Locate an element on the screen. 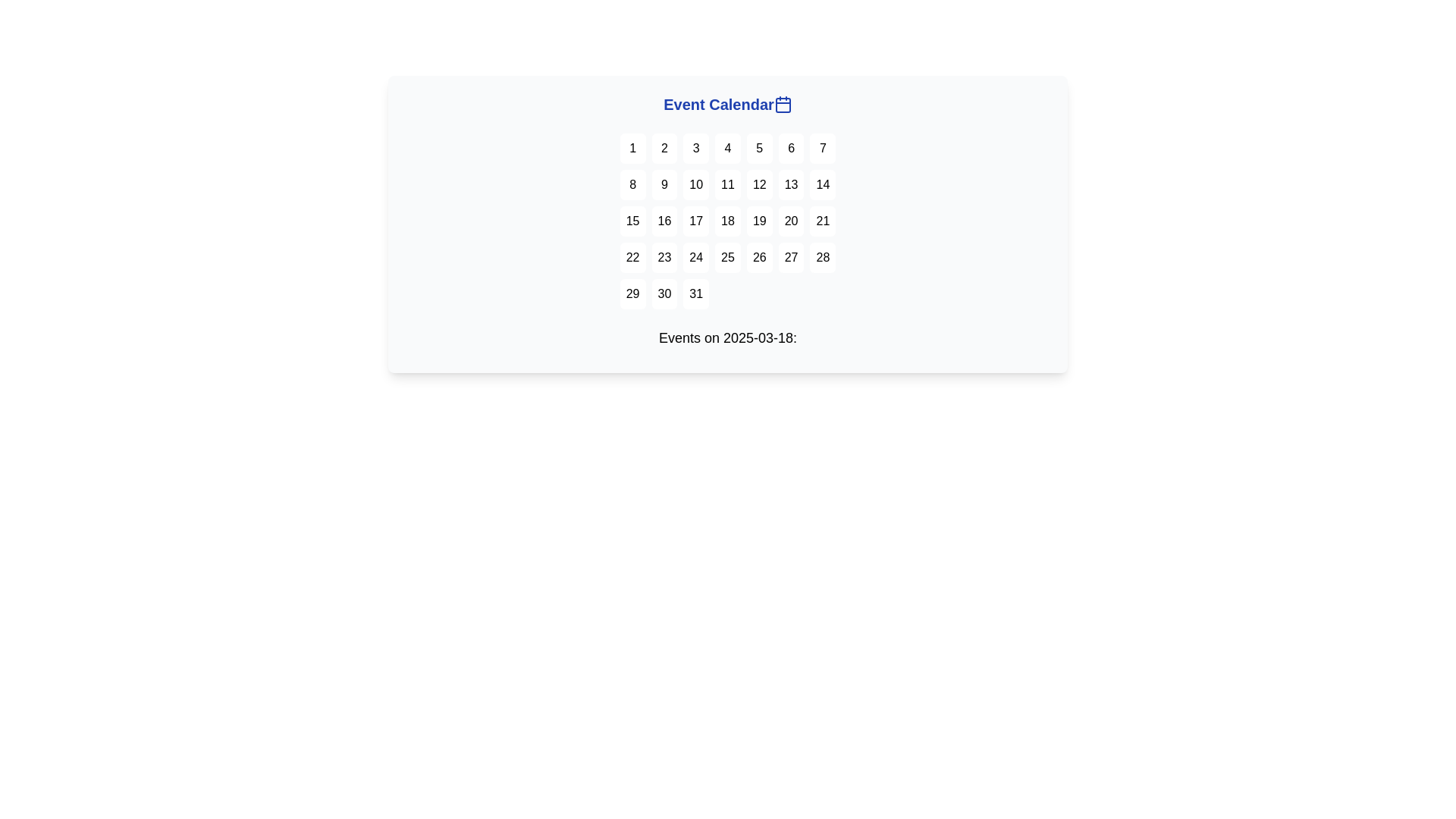 This screenshot has height=819, width=1456. the date button located in the calendar grid, which is positioned below the number '1' and above '15' is located at coordinates (632, 184).